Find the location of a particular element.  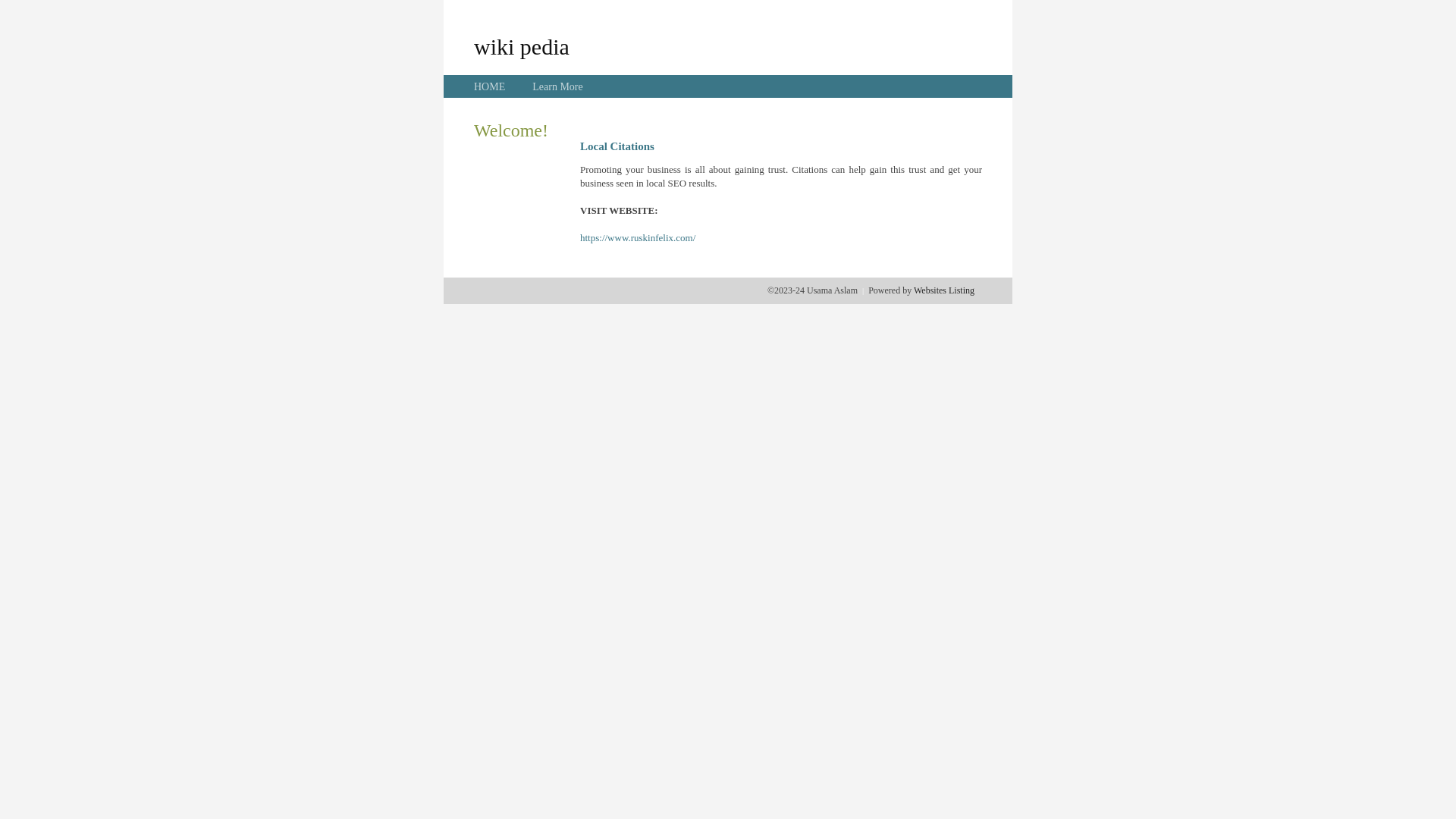

'wiki pedia' is located at coordinates (521, 45).